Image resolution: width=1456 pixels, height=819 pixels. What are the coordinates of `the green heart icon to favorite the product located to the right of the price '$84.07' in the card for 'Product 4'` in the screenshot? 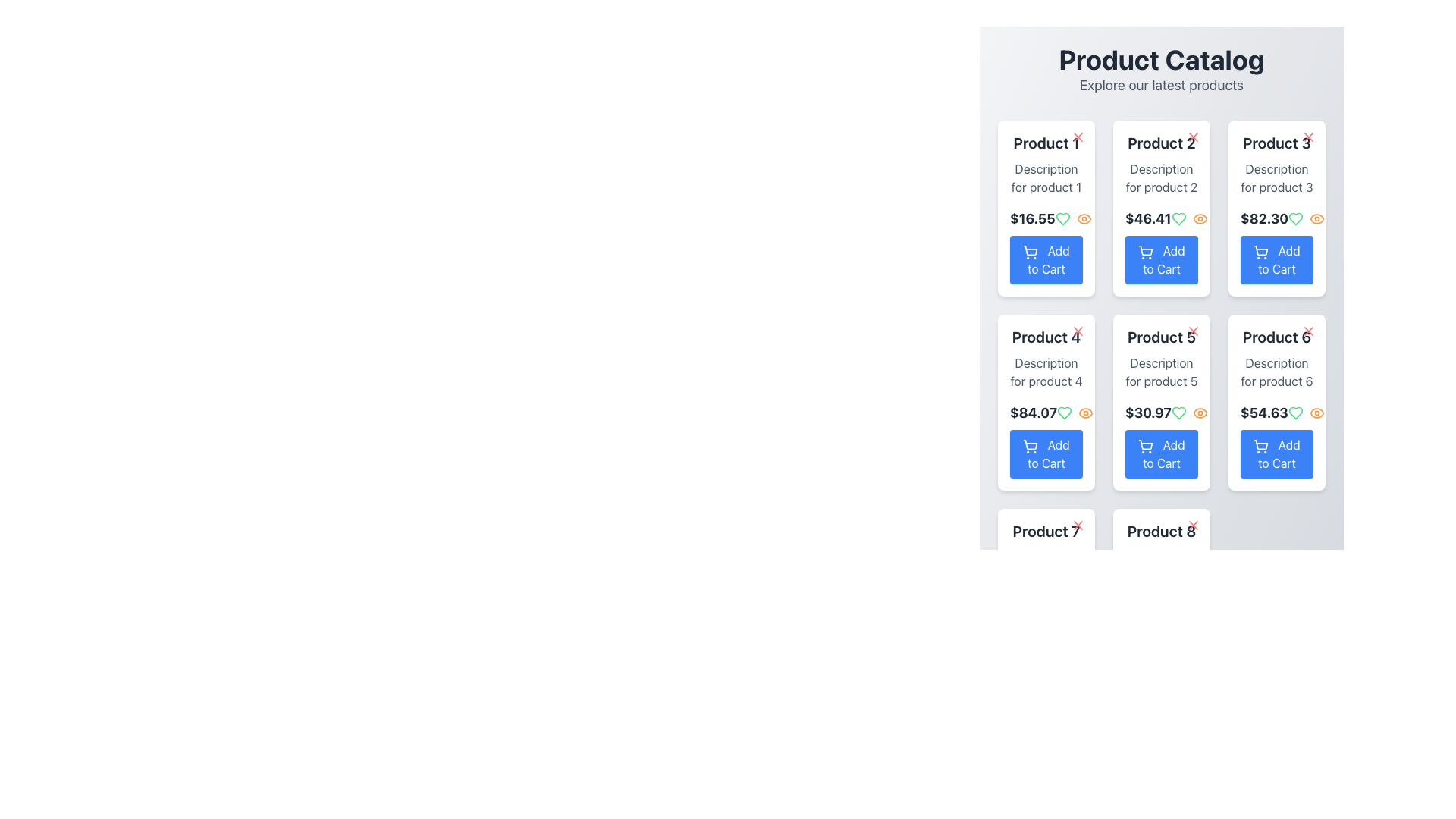 It's located at (1075, 413).